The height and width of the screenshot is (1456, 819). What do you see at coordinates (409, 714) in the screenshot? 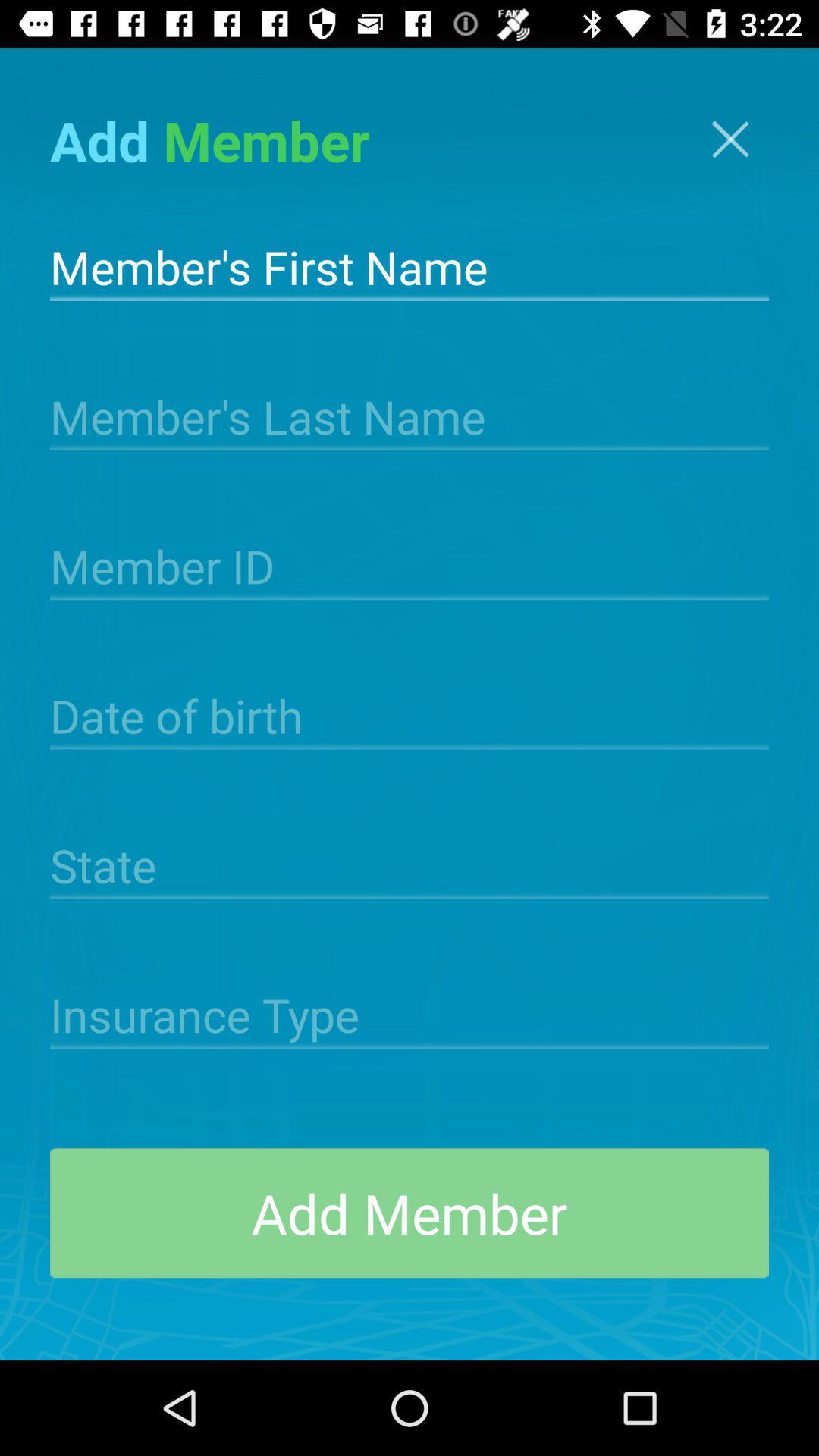
I see `date of birth text field` at bounding box center [409, 714].